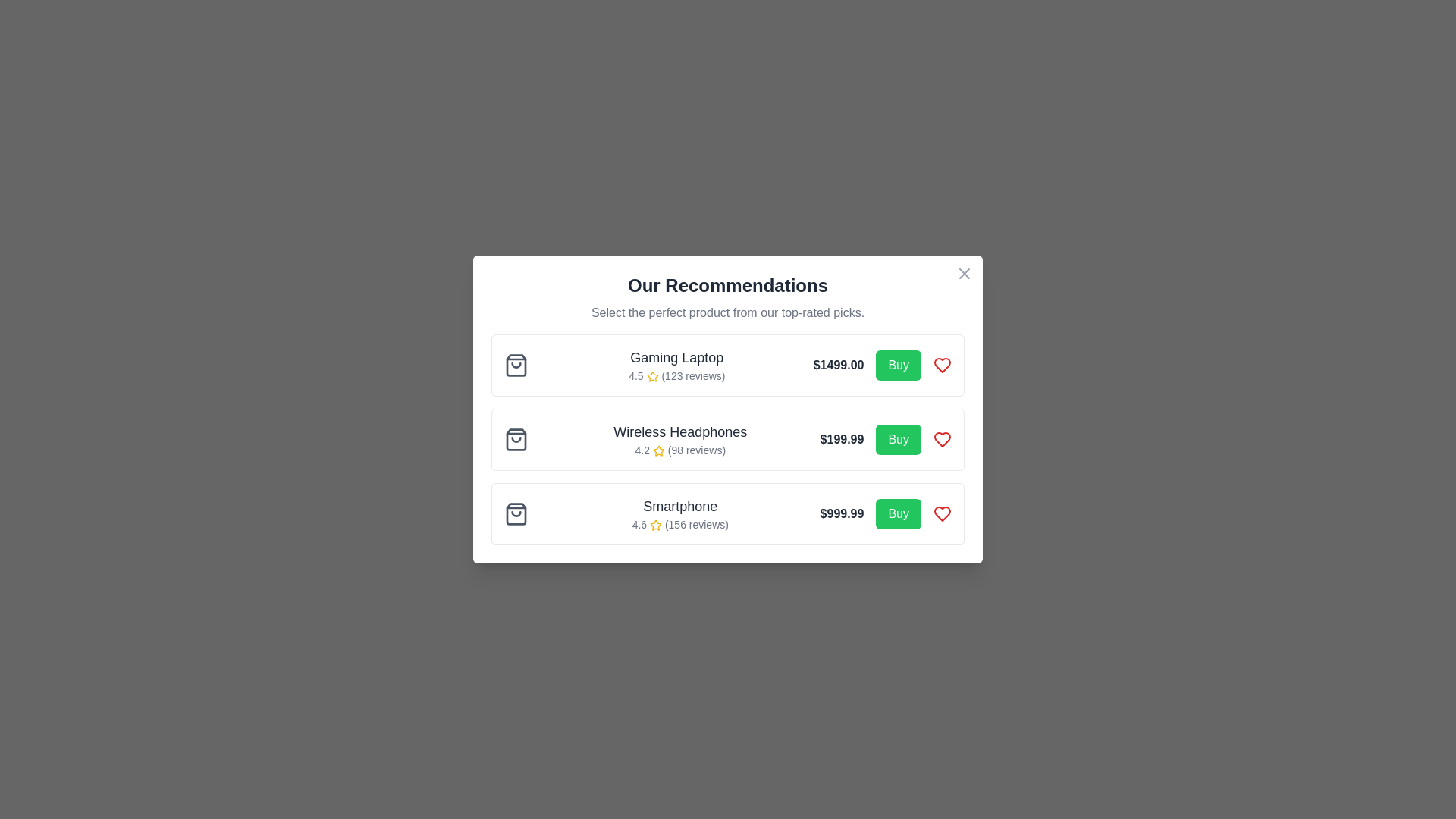 The width and height of the screenshot is (1456, 819). Describe the element at coordinates (516, 513) in the screenshot. I see `the shopping bag icon with a gray outline, which is the leftmost icon in the product overview section for the 'Smartphone' item` at that location.